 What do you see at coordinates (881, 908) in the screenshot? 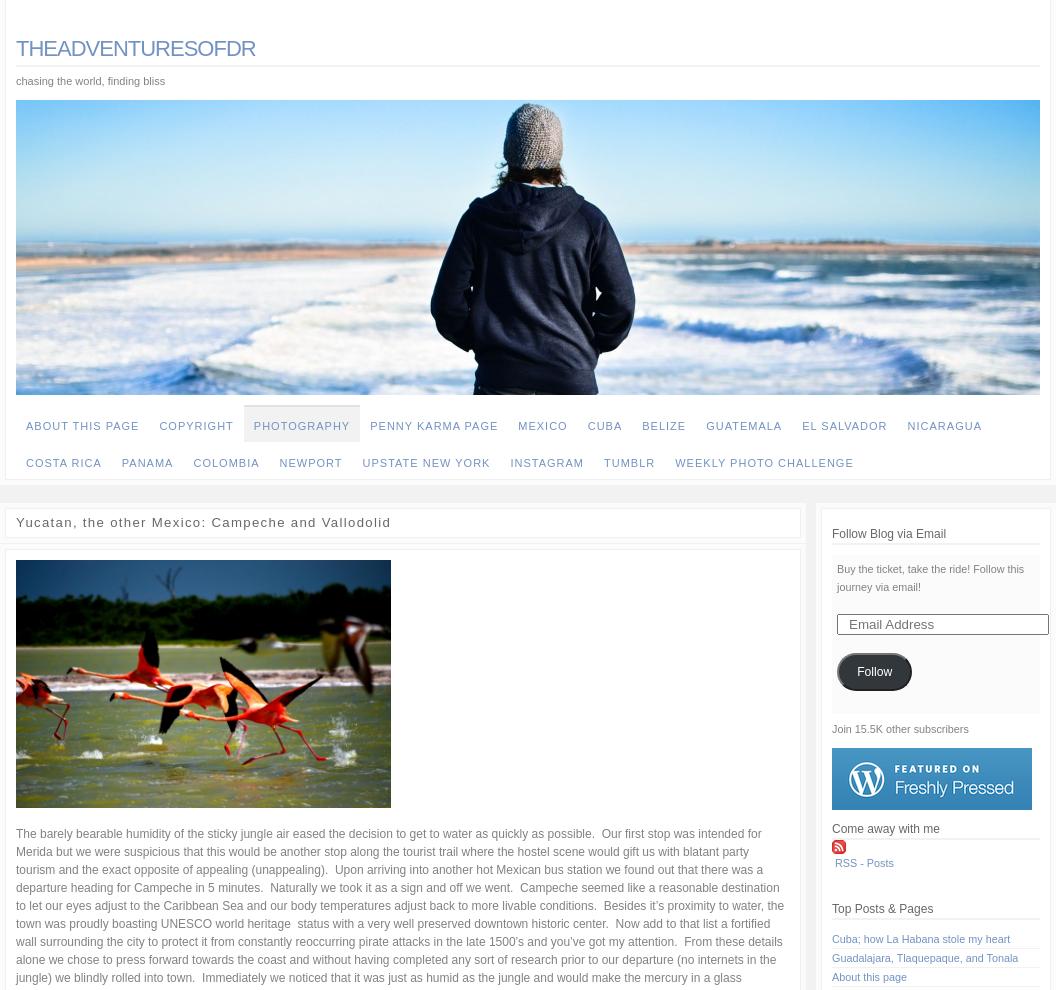
I see `'Top Posts & Pages'` at bounding box center [881, 908].